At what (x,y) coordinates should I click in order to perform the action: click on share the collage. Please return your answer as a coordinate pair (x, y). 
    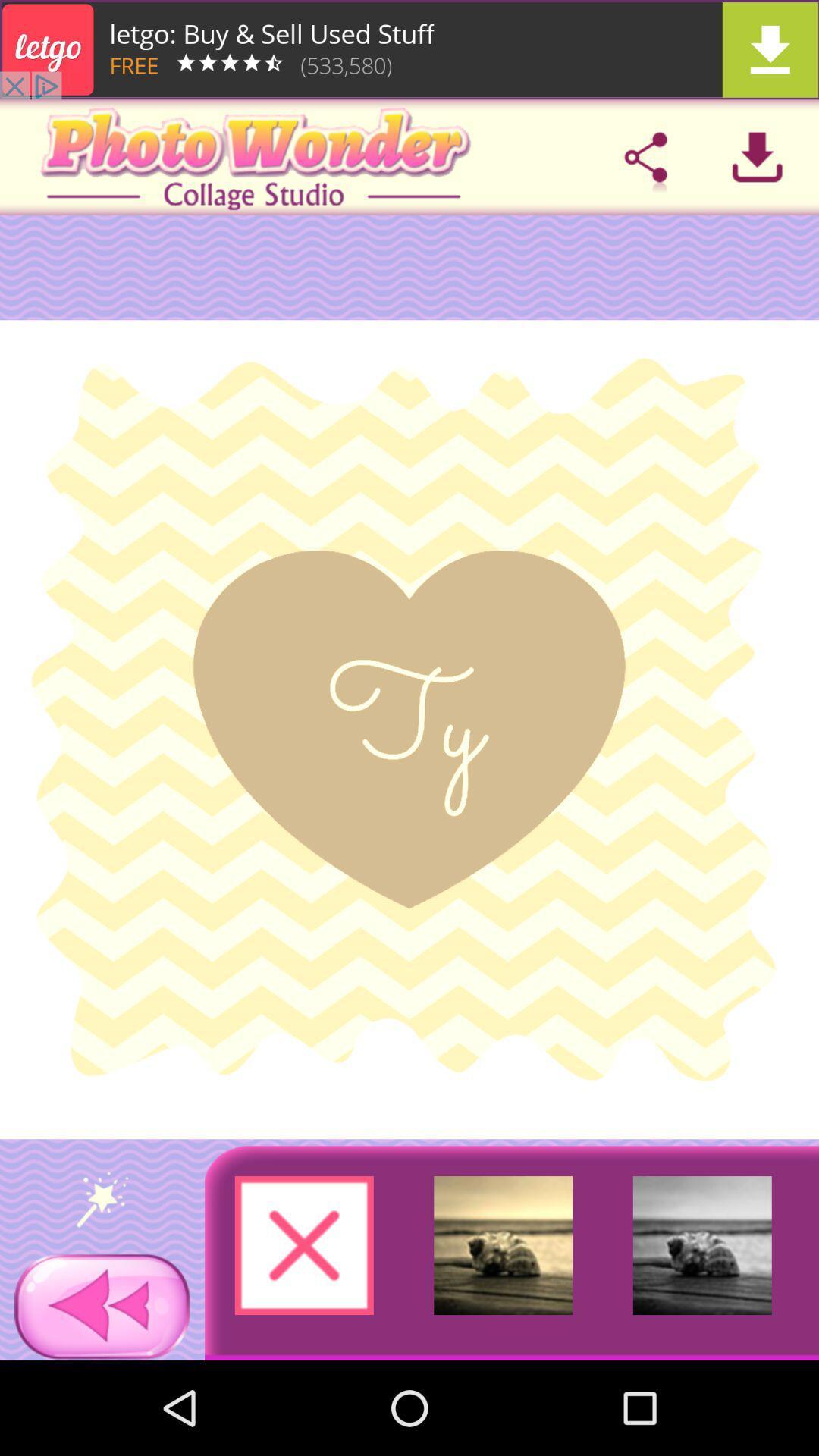
    Looking at the image, I should click on (645, 157).